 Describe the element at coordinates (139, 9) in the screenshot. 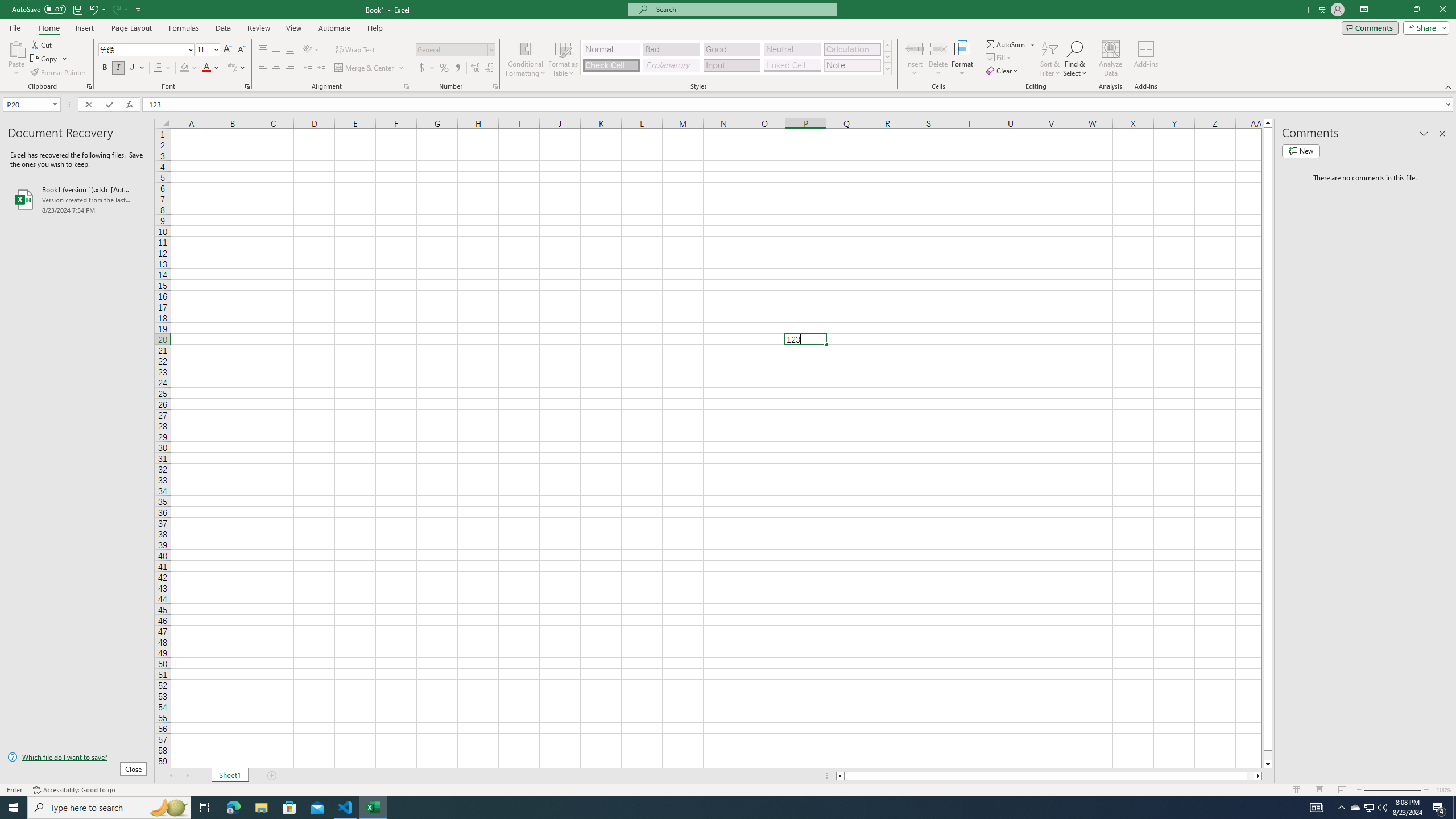

I see `'Customize Quick Access Toolbar'` at that location.